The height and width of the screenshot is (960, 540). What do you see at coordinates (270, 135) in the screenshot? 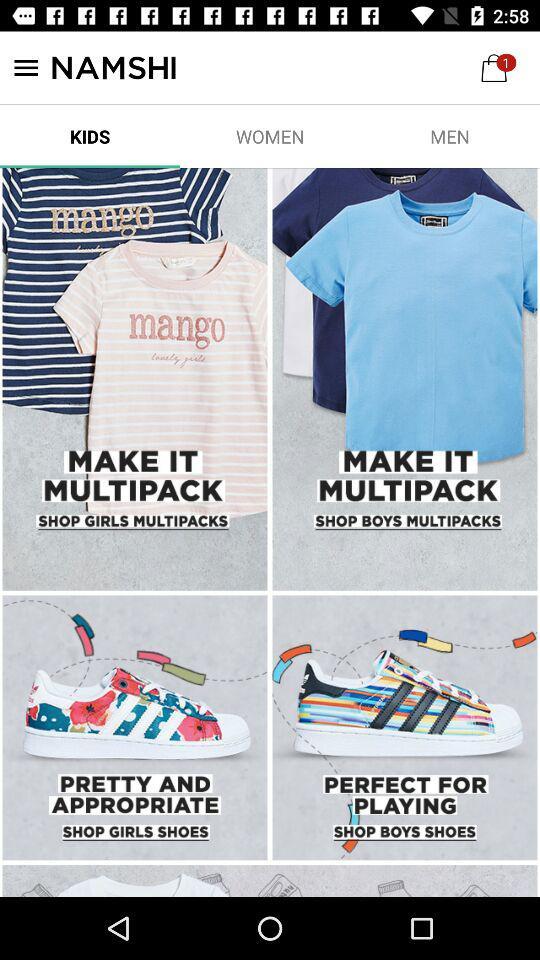
I see `the icon next to the kids icon` at bounding box center [270, 135].